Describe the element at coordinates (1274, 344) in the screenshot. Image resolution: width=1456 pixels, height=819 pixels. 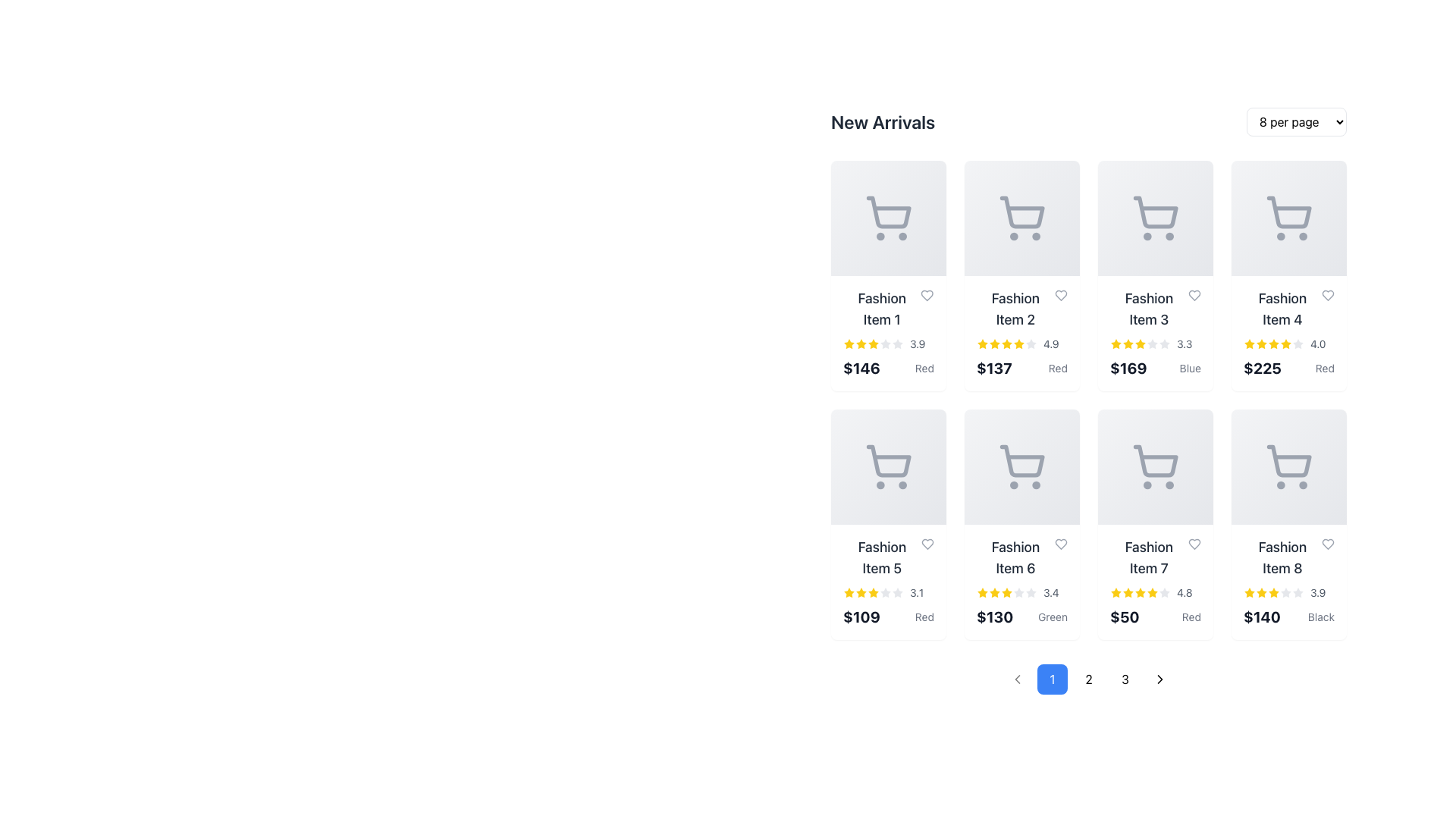
I see `the yellow star icon representing the fourth star in the rating system for 'Fashion Item 4'` at that location.